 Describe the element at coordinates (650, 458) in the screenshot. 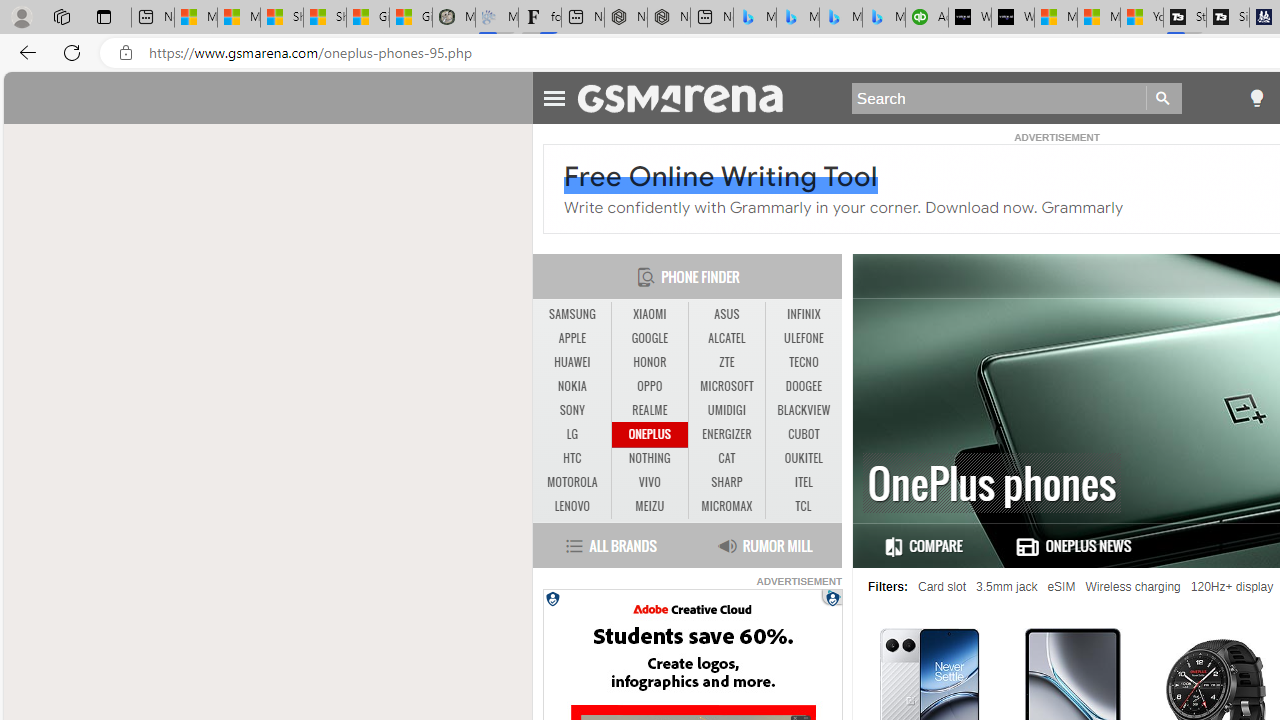

I see `'NOTHING'` at that location.